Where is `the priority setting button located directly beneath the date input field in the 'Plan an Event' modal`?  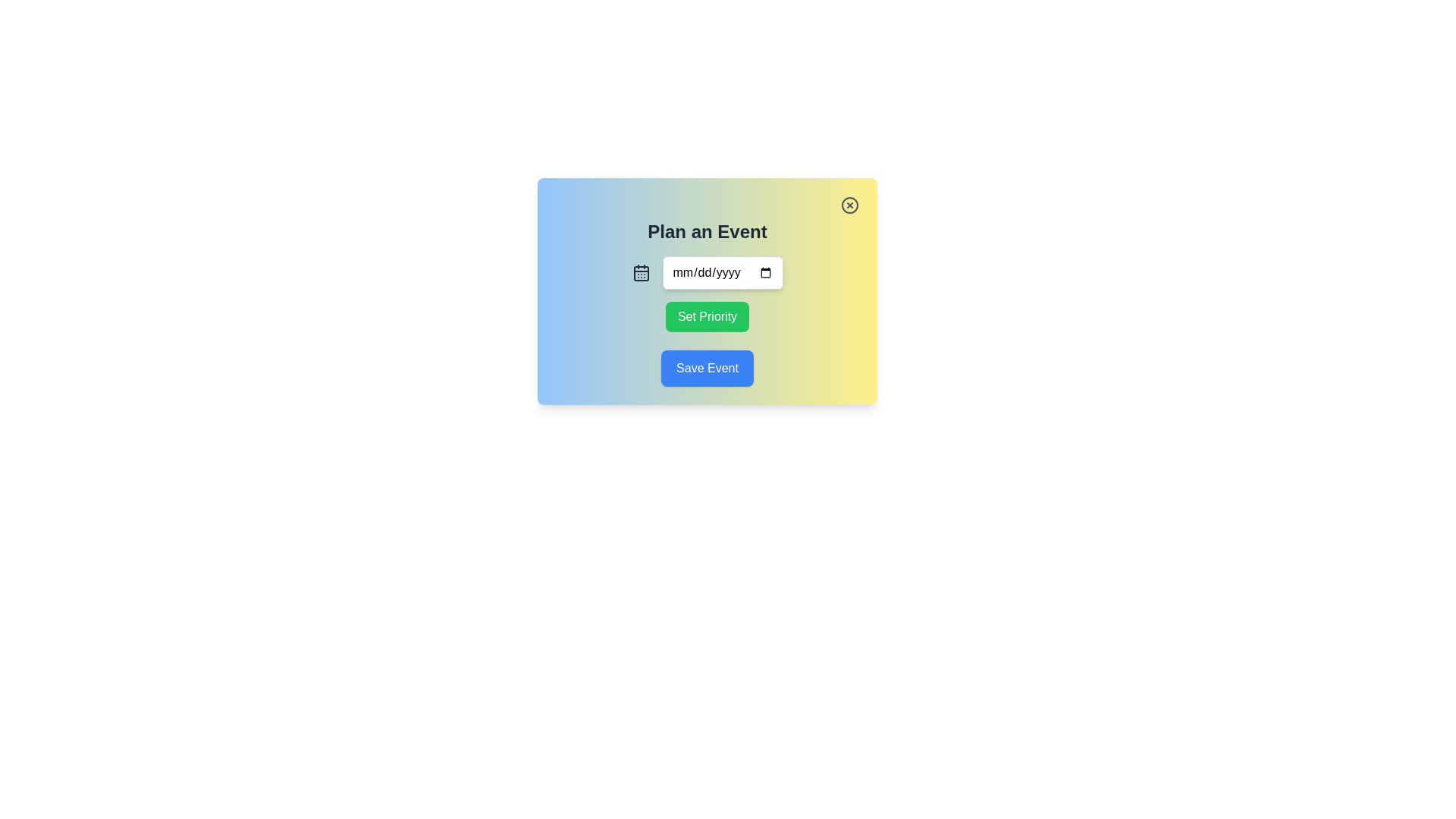 the priority setting button located directly beneath the date input field in the 'Plan an Event' modal is located at coordinates (706, 315).